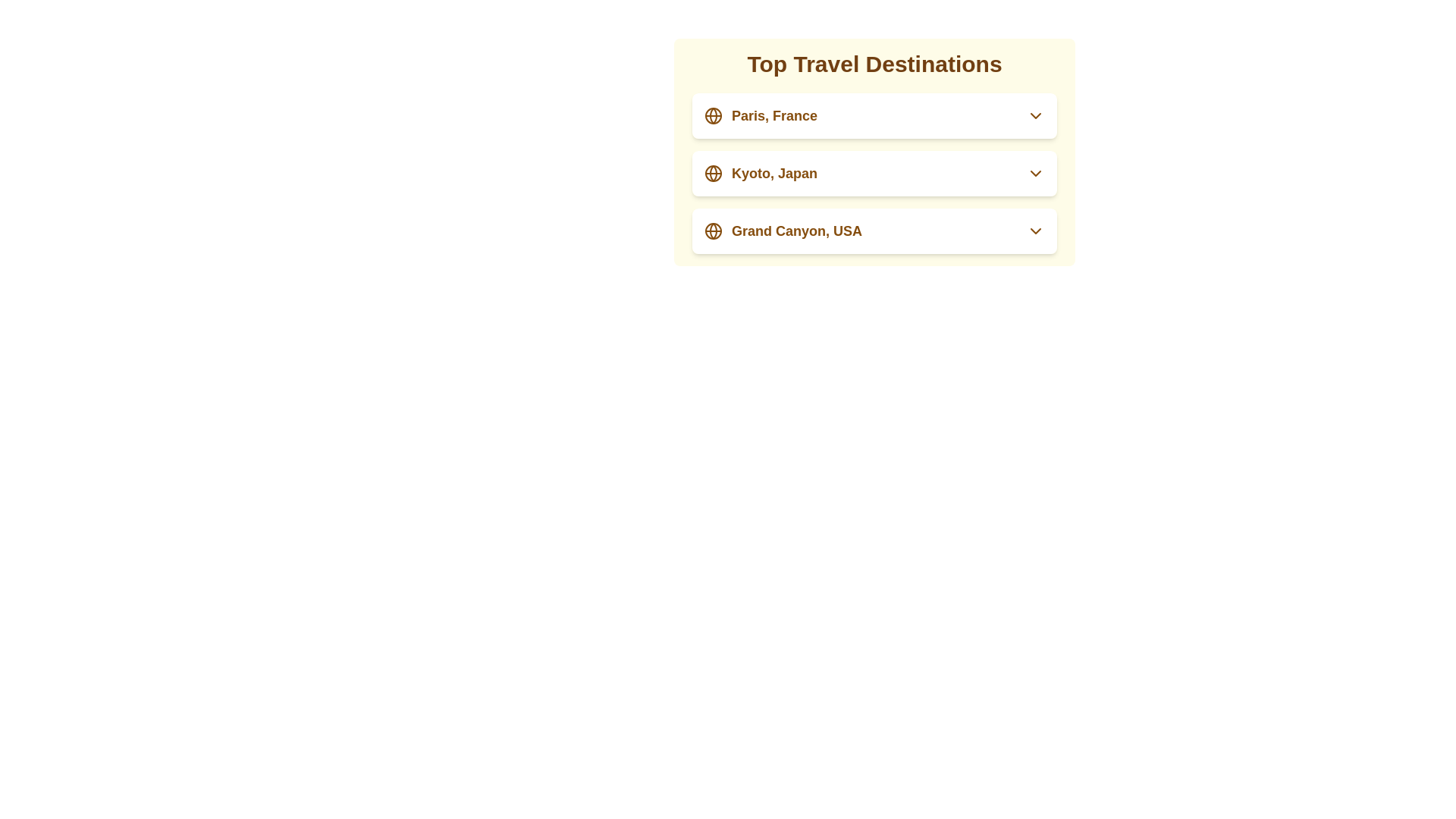  Describe the element at coordinates (761, 172) in the screenshot. I see `the button-like list item displaying 'Kyoto, Japan'` at that location.